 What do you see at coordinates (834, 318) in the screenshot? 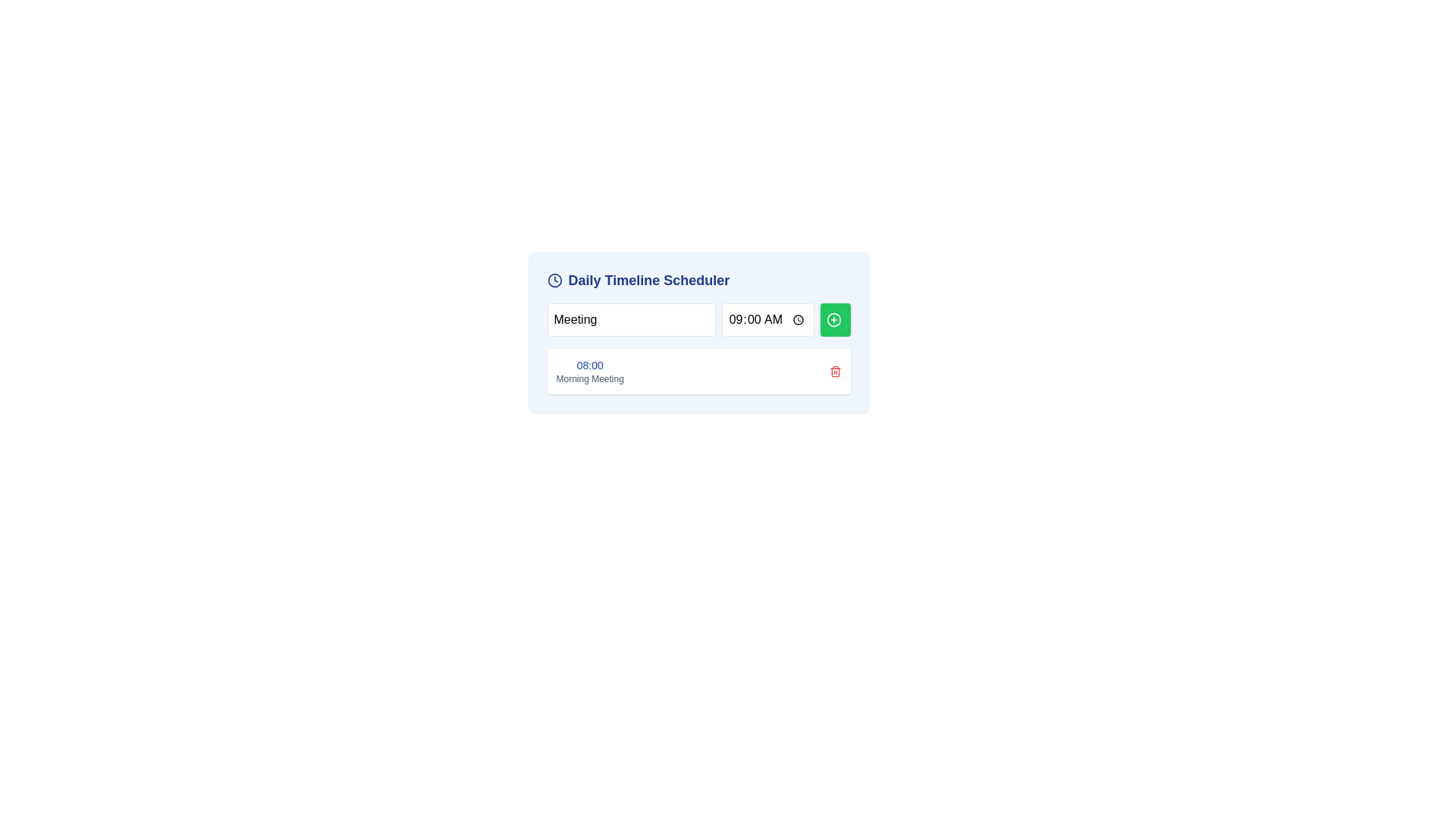
I see `the action button at the far right end of the row containing the 'Meeting' text input field and '09:00 AM' time input field` at bounding box center [834, 318].